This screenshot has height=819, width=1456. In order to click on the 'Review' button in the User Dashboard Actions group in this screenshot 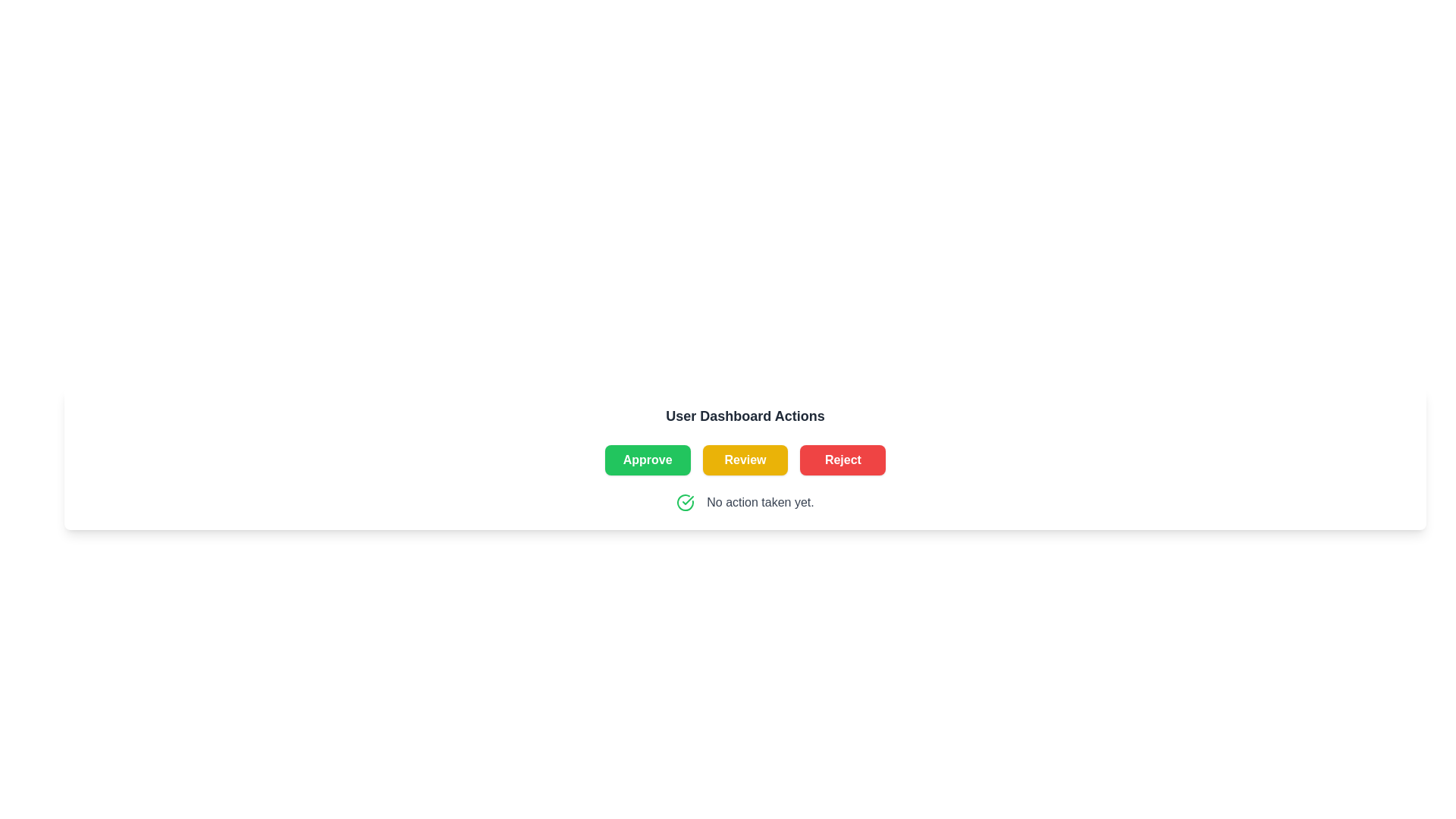, I will do `click(745, 459)`.